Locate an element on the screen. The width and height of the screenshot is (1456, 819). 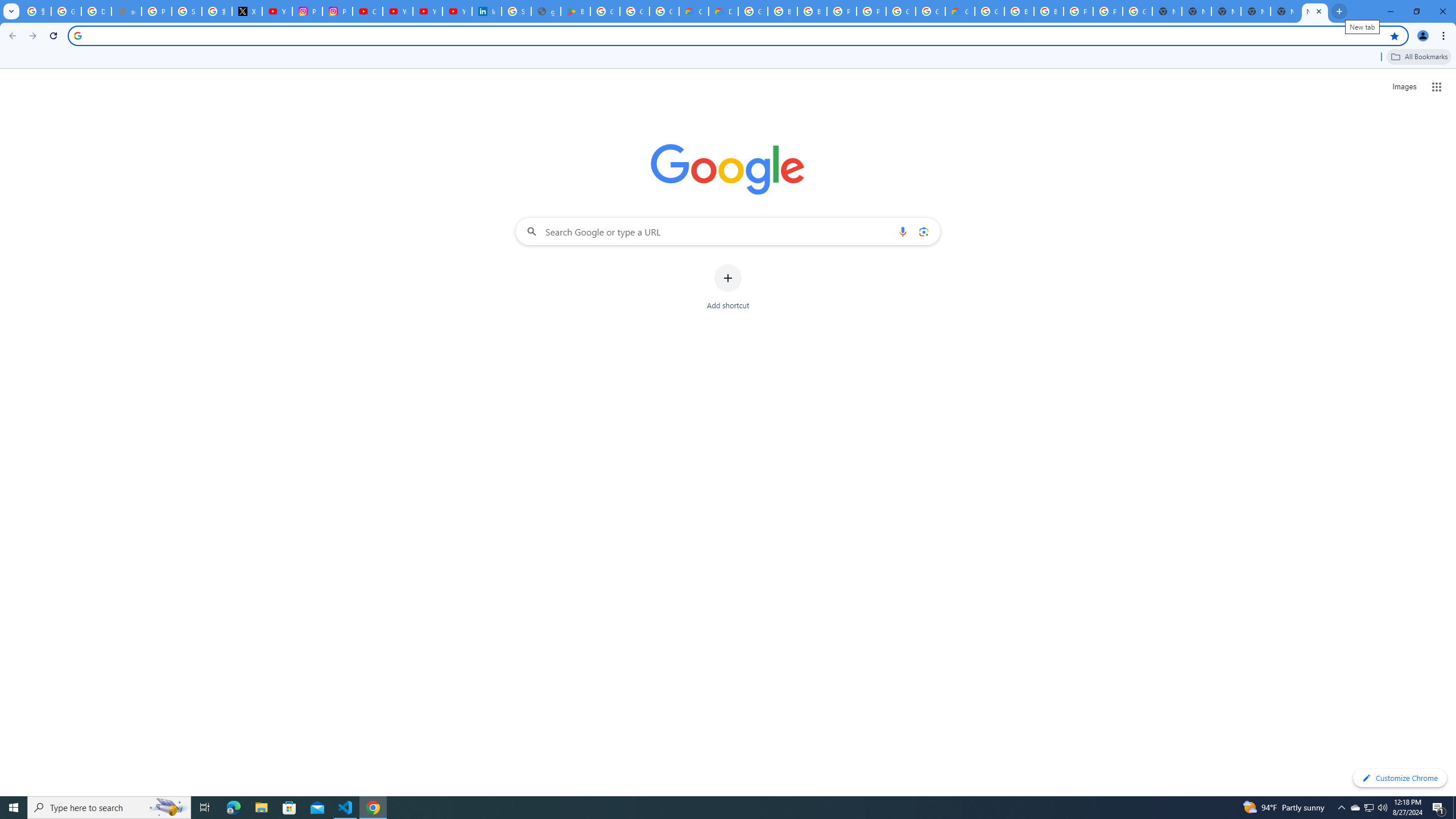
'Search by voice' is located at coordinates (902, 230).